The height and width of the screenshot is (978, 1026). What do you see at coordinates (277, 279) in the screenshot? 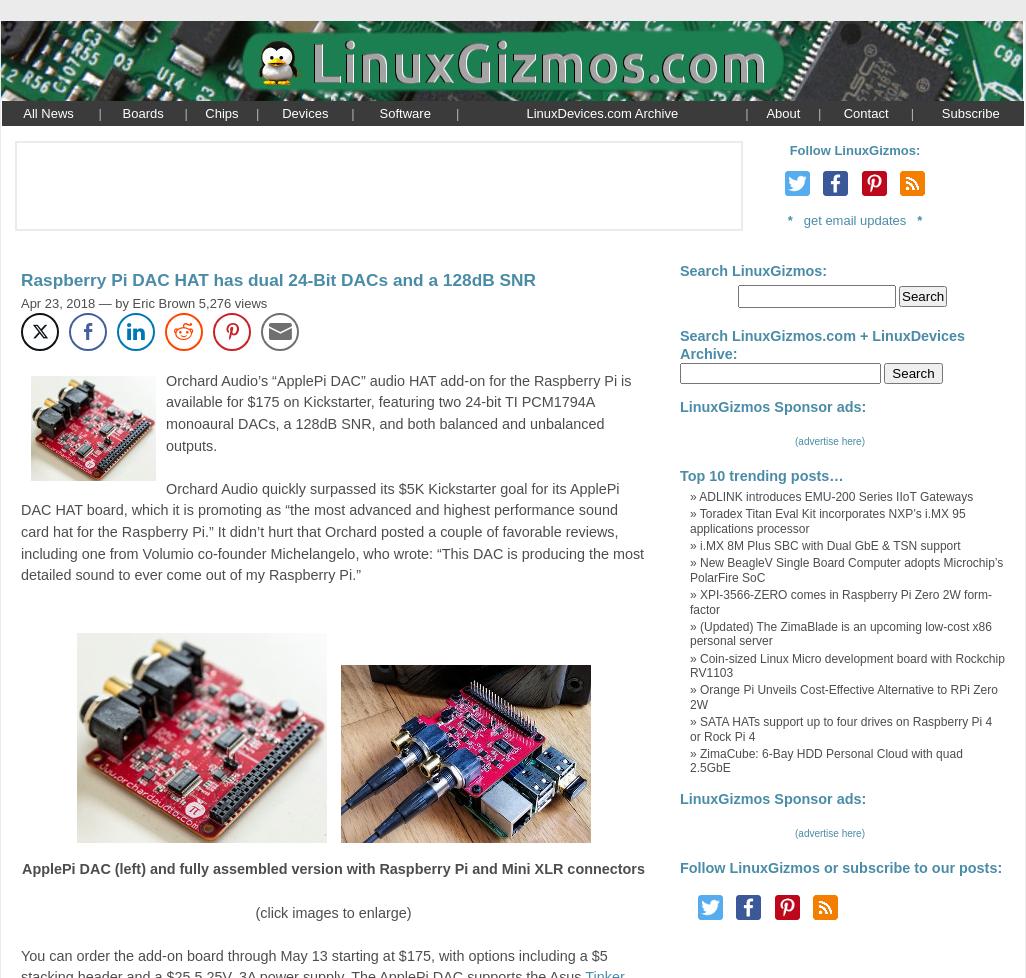
I see `'Raspberry Pi DAC HAT has dual 24-Bit DACs and a 128dB SNR'` at bounding box center [277, 279].